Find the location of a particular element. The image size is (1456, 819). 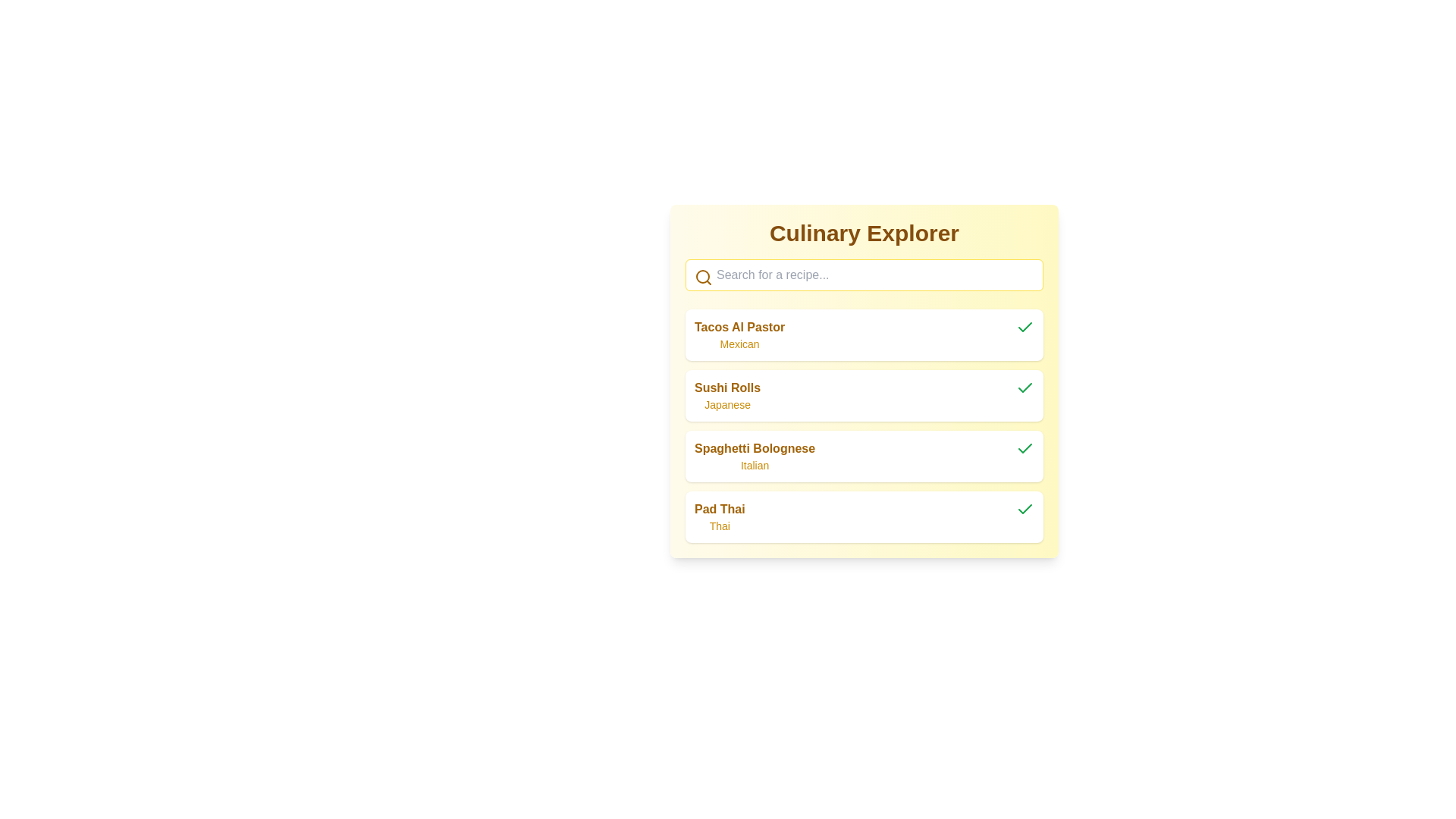

the label displaying the word 'Mexican', which is a smaller, yellow-toned font located under the title 'Tacos Al Pastor' in the list item interface is located at coordinates (739, 344).